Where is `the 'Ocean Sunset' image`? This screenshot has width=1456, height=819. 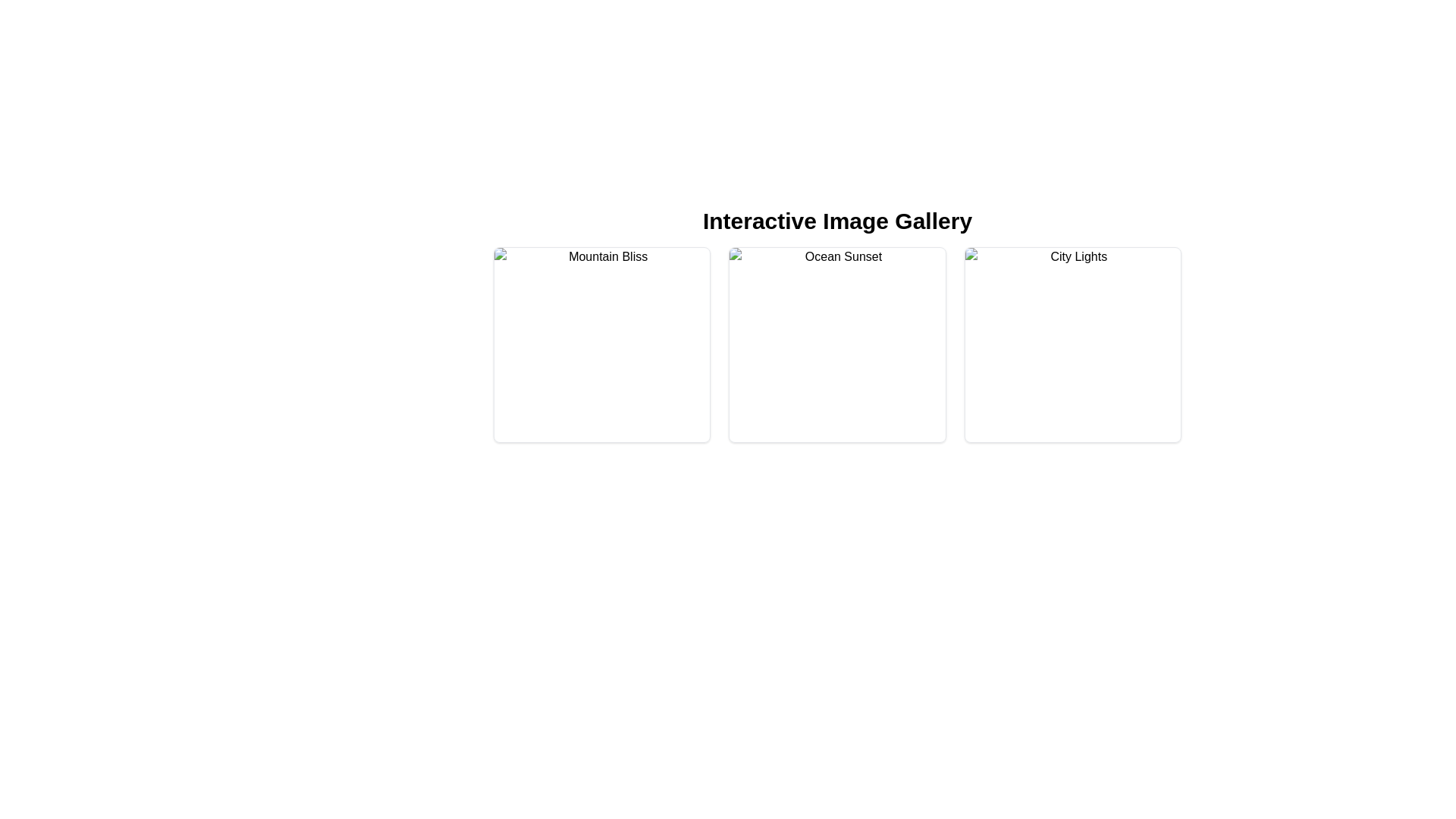
the 'Ocean Sunset' image is located at coordinates (836, 345).